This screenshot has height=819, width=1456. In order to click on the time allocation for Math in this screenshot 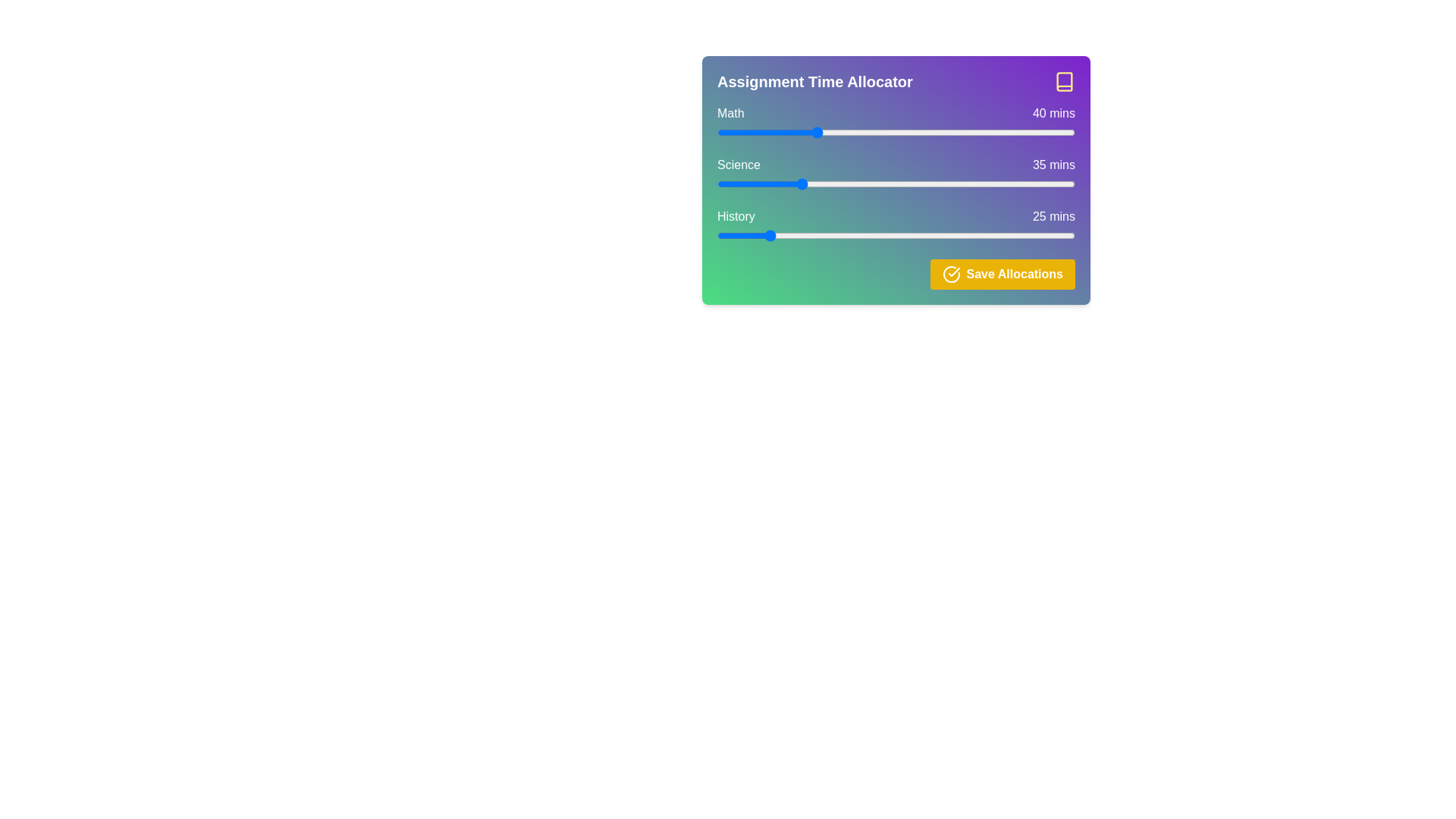, I will do `click(782, 131)`.